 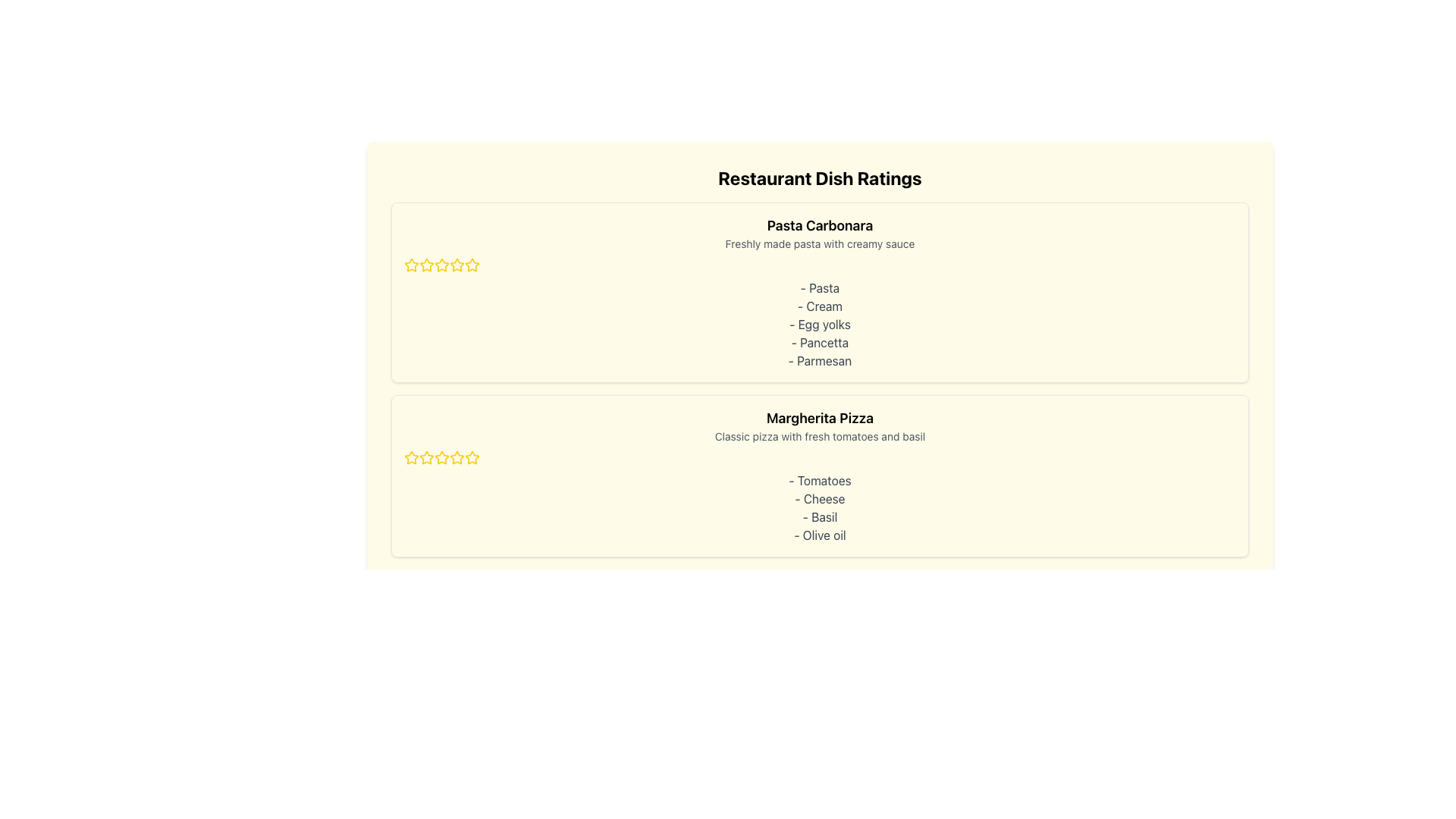 What do you see at coordinates (819, 360) in the screenshot?
I see `the static text element displaying '- Parmesan' located in the 'Pasta Carbonara' section, which is the fifth item in the list of ingredients` at bounding box center [819, 360].